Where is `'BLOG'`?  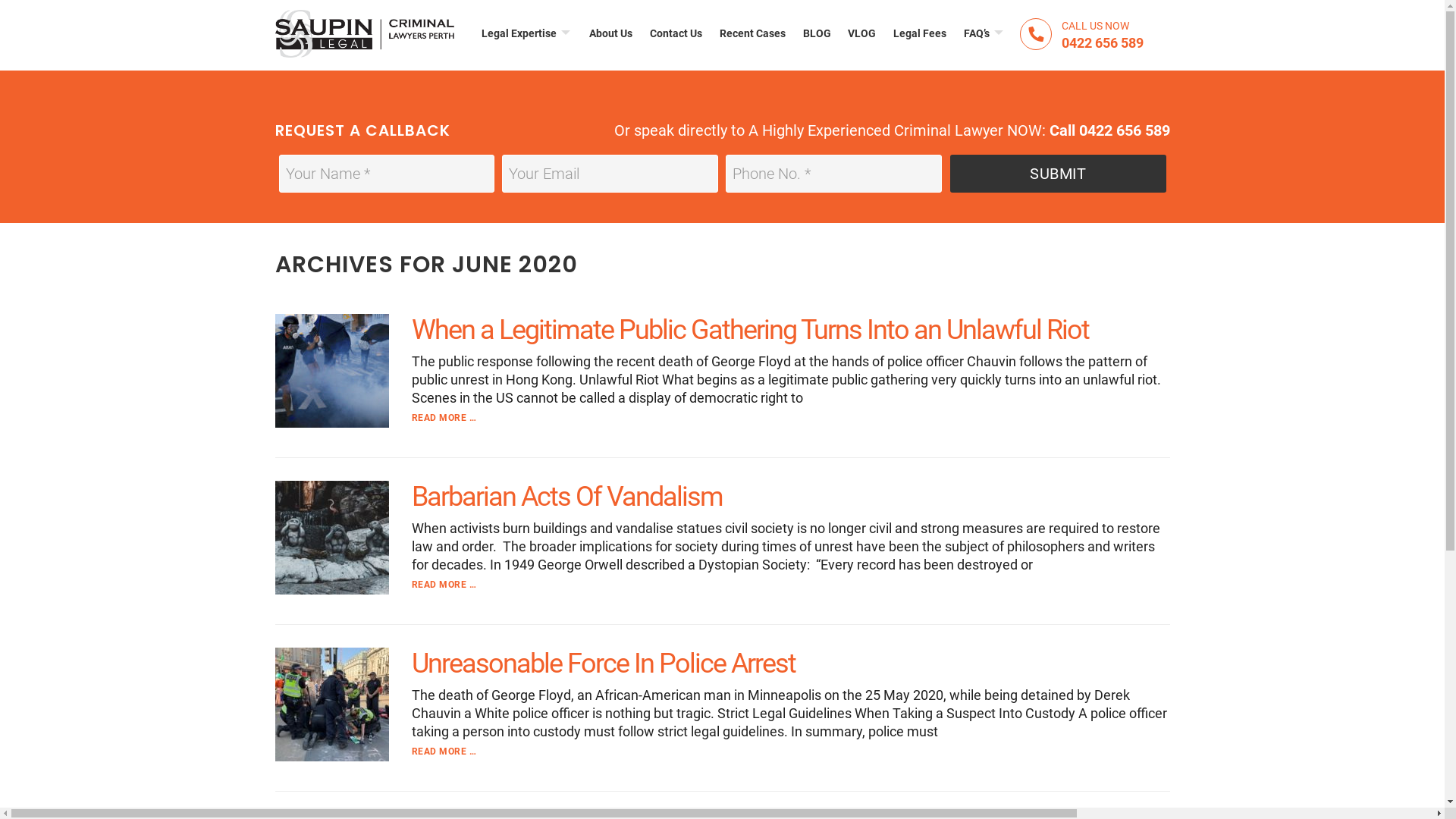
'BLOG' is located at coordinates (815, 33).